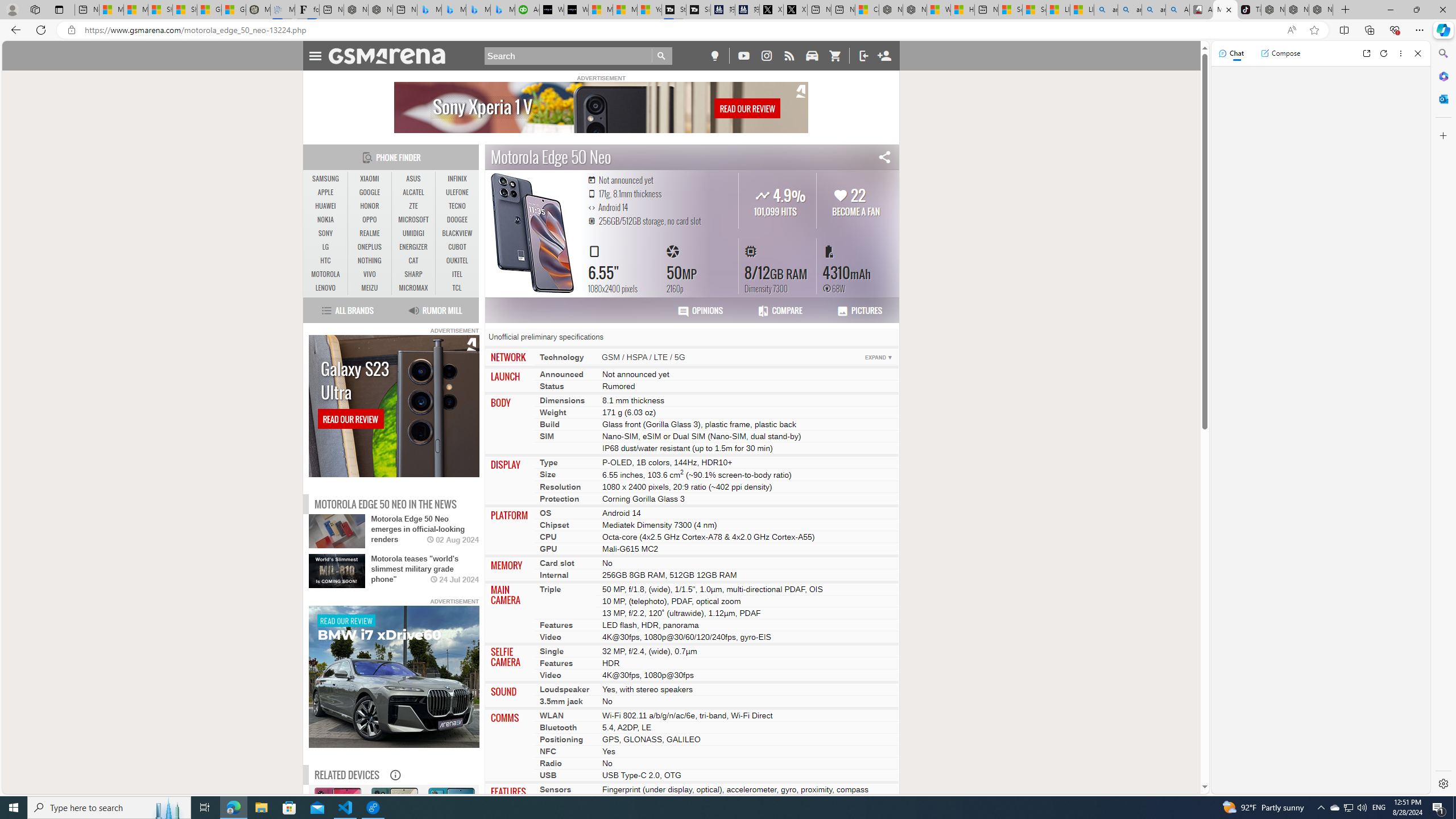 Image resolution: width=1456 pixels, height=819 pixels. What do you see at coordinates (561, 357) in the screenshot?
I see `'Technology'` at bounding box center [561, 357].